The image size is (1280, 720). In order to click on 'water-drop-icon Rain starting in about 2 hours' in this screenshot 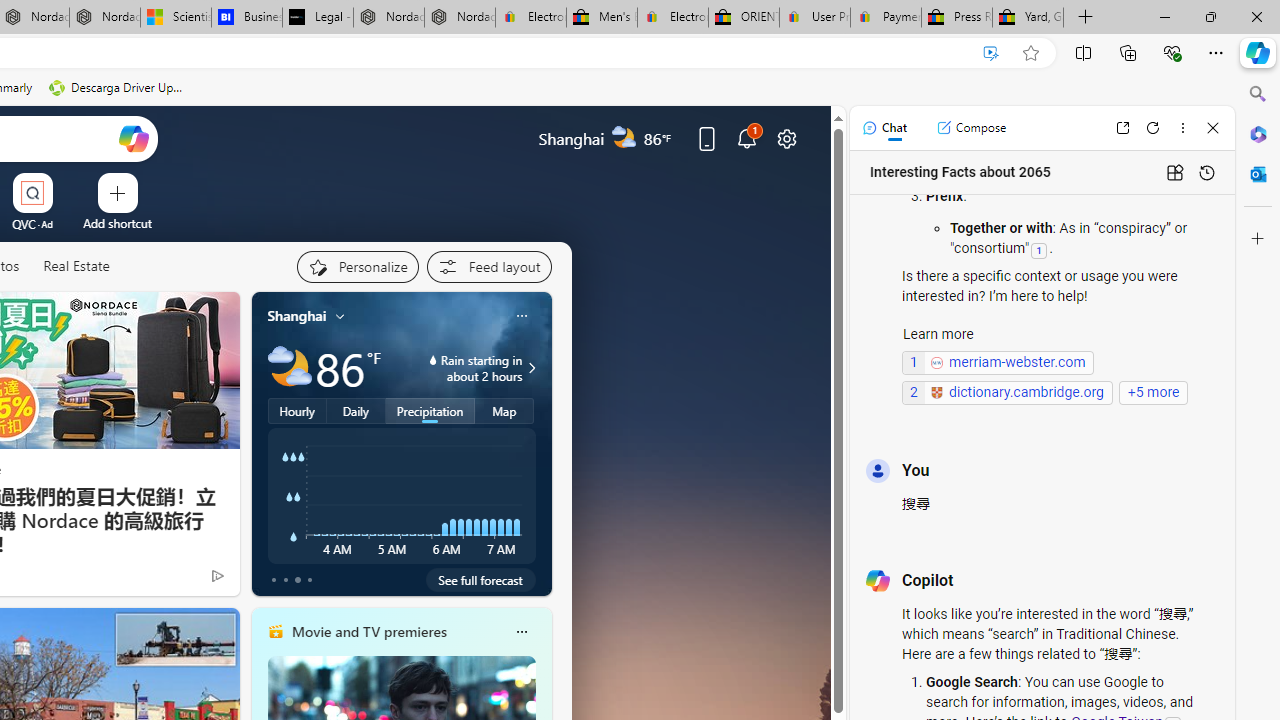, I will do `click(458, 367)`.